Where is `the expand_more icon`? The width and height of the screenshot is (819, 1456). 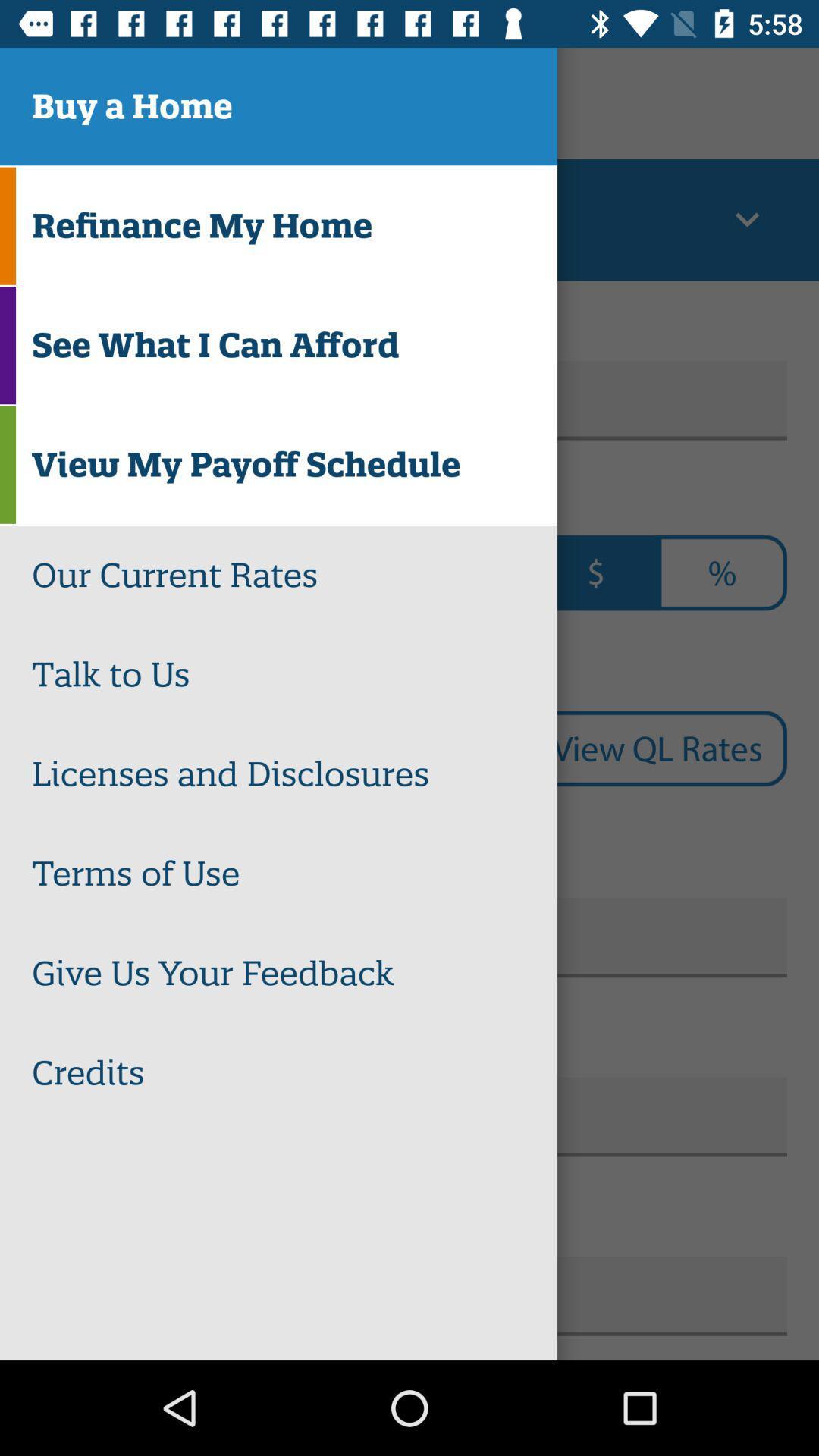 the expand_more icon is located at coordinates (746, 219).